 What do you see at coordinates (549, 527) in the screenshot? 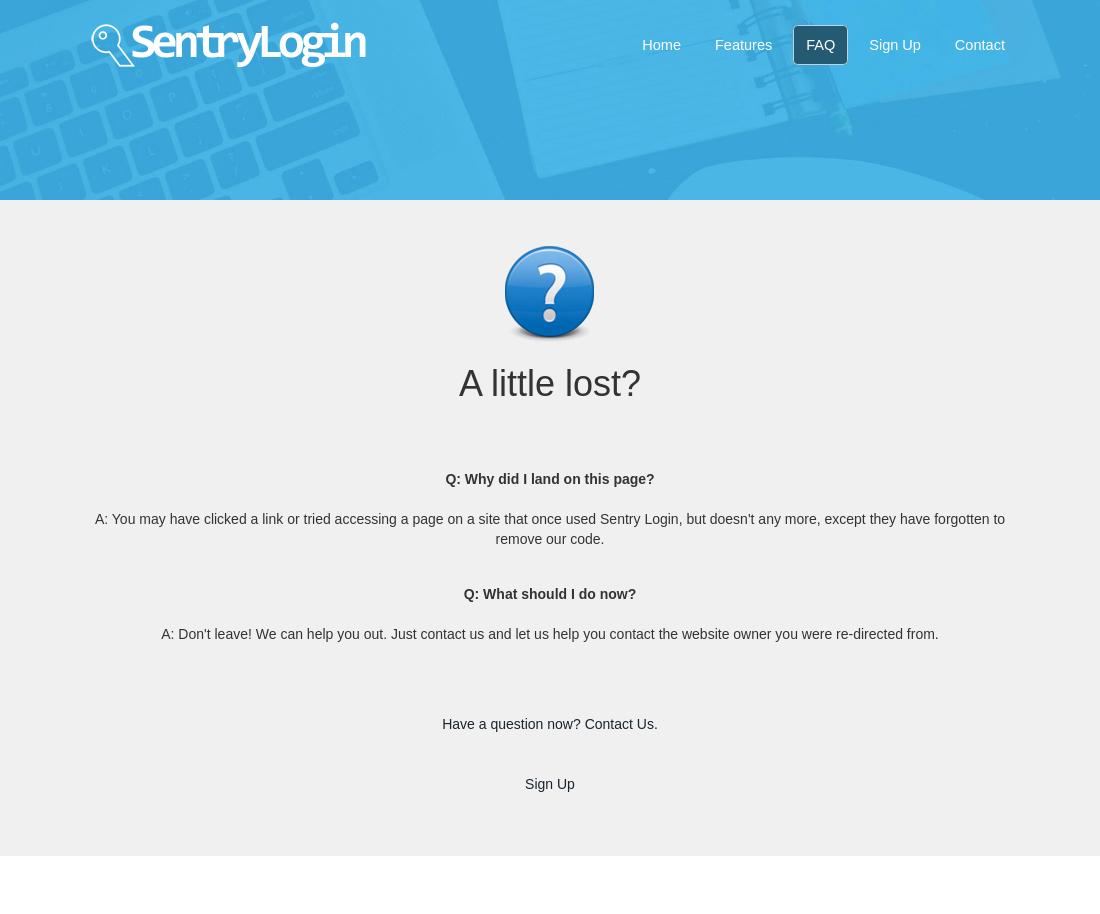
I see `'A: You may have clicked a link or tried accessing a page on a site that once used Sentry Login, but doesn't any more, except they have forgotten to remove our code.'` at bounding box center [549, 527].